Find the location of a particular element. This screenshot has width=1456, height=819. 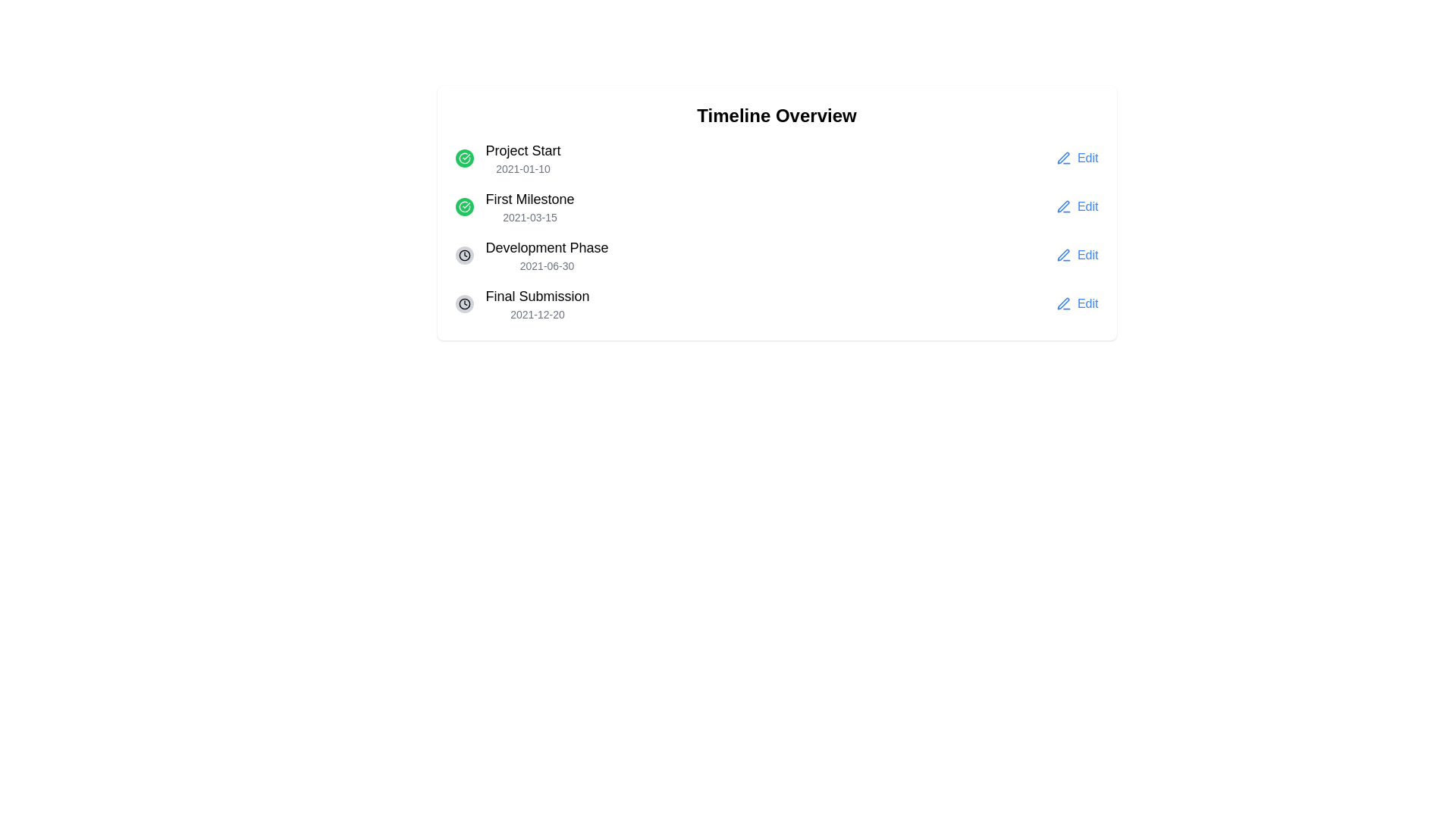

the third milestone text label indicating the name and date of a specific milestone within the Timeline Overview section, located below 'First Milestone' and above 'Final Submission' is located at coordinates (546, 254).